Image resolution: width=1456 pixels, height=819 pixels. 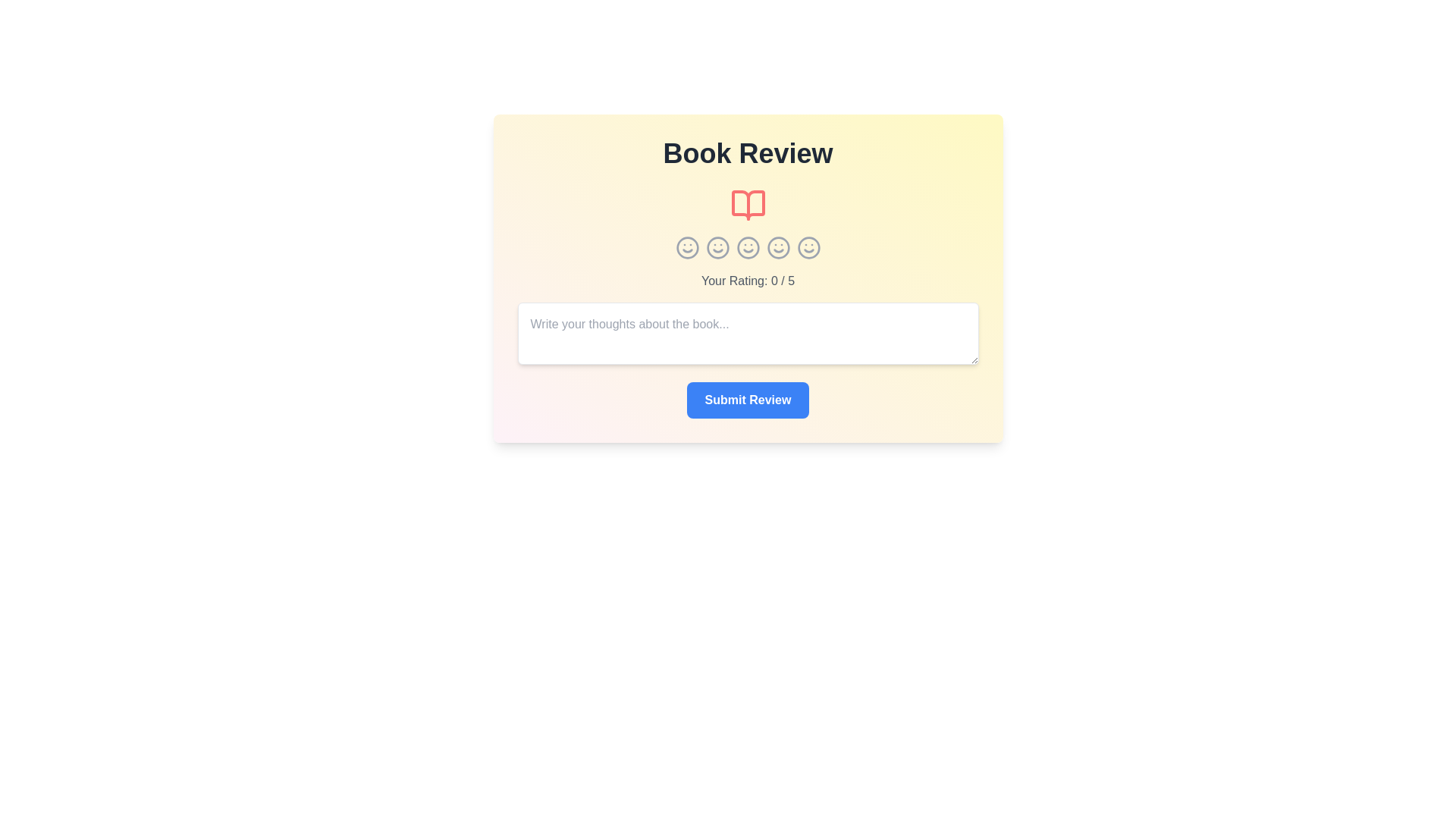 What do you see at coordinates (686, 247) in the screenshot?
I see `the star icon corresponding to the rating 1 to set the rating` at bounding box center [686, 247].